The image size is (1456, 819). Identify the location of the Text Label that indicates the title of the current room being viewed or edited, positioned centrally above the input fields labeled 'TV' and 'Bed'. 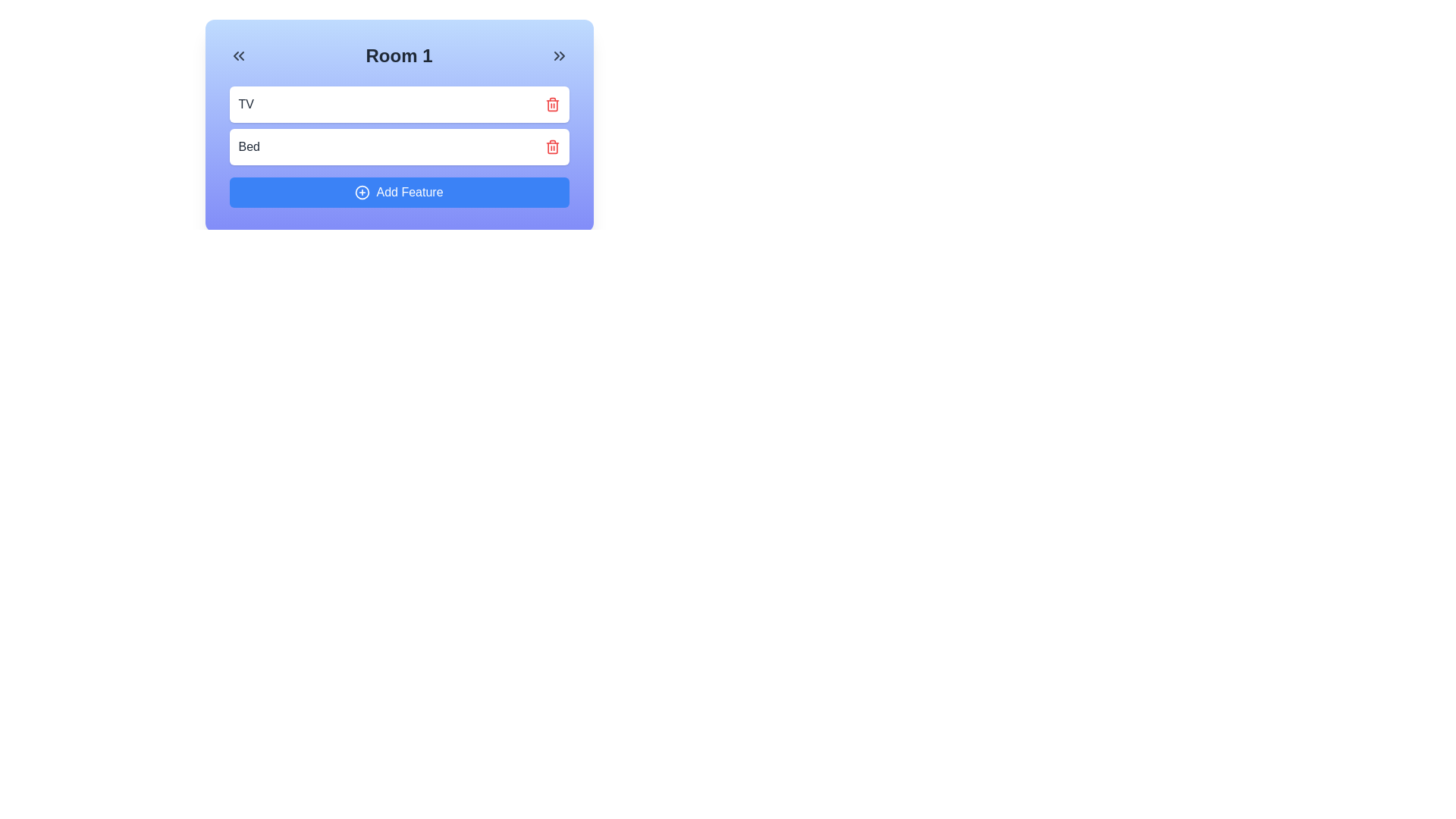
(399, 55).